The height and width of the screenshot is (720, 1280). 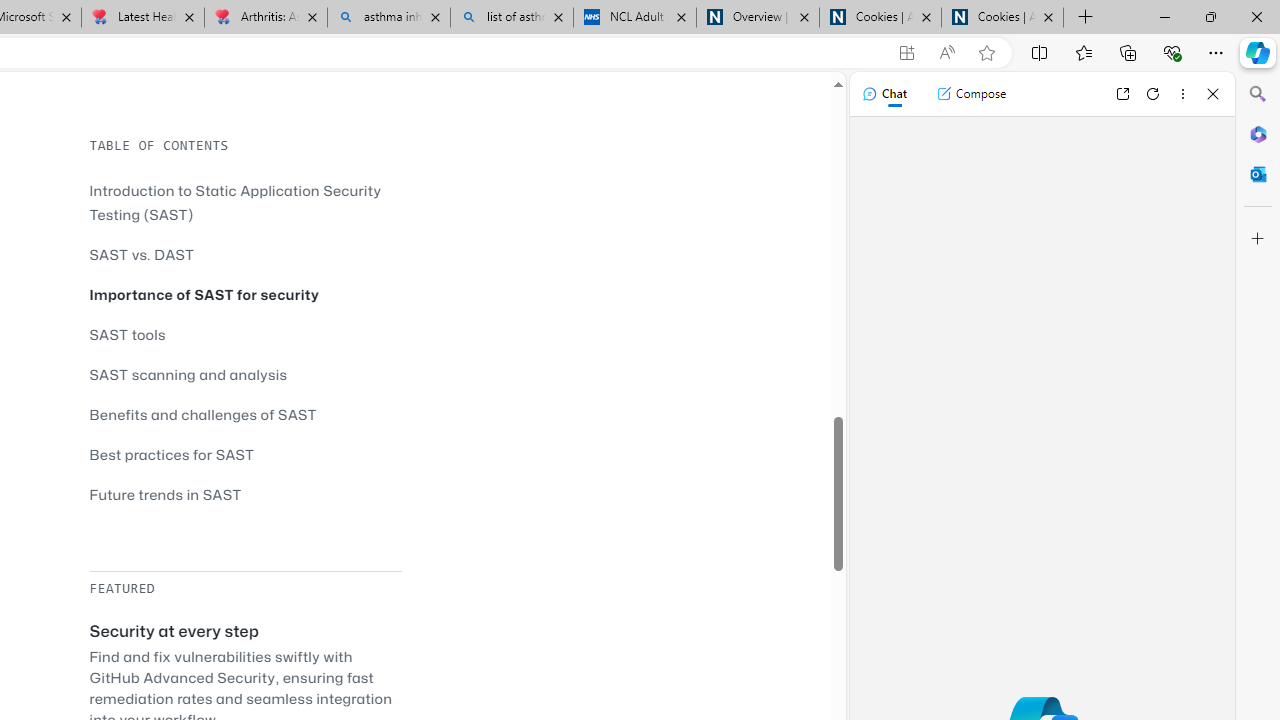 What do you see at coordinates (883, 93) in the screenshot?
I see `'Chat'` at bounding box center [883, 93].